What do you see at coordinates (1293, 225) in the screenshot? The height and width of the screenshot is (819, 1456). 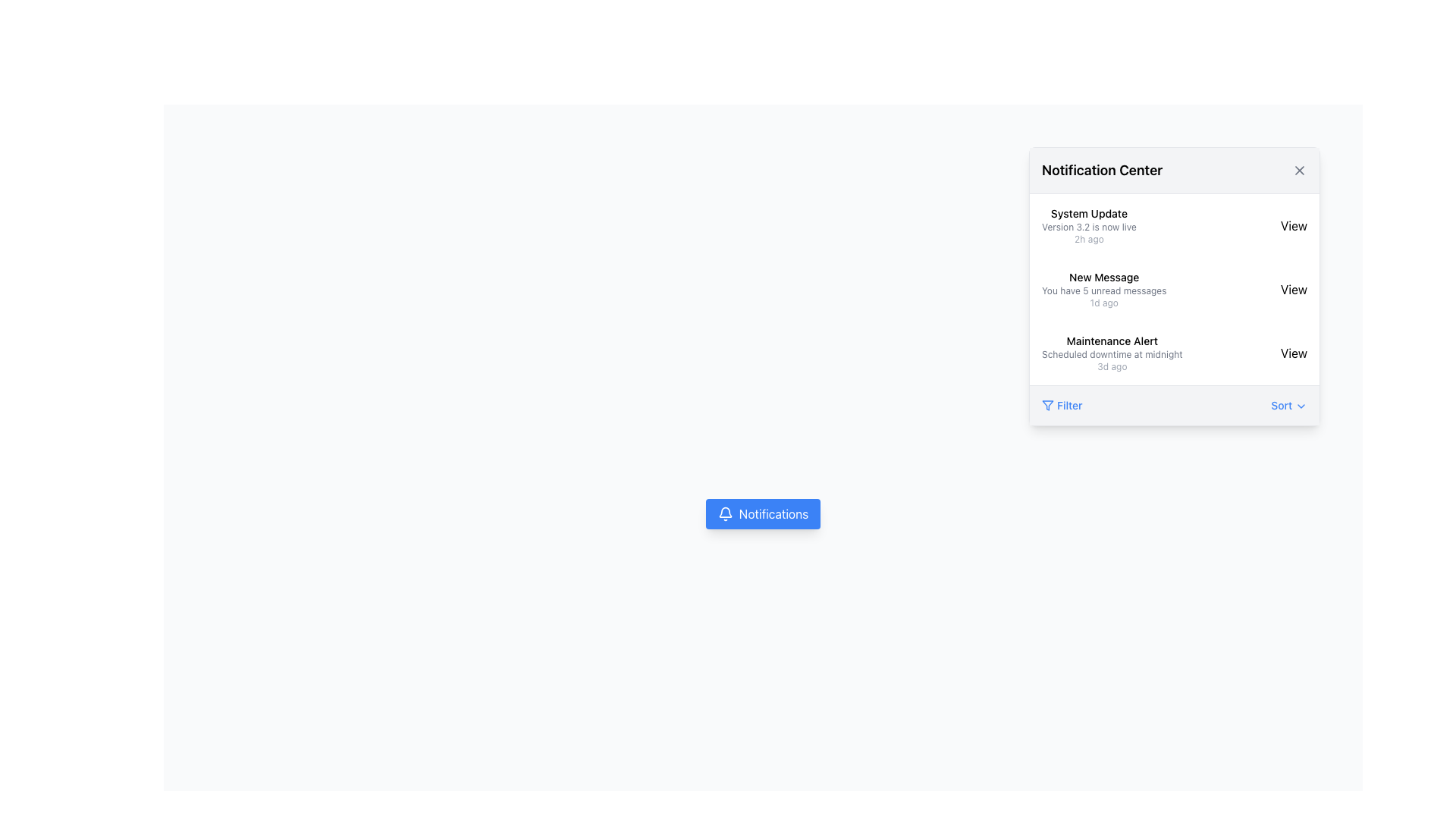 I see `the 'View' text label located at the right end of the 'System Update' notification in the Notification Center` at bounding box center [1293, 225].